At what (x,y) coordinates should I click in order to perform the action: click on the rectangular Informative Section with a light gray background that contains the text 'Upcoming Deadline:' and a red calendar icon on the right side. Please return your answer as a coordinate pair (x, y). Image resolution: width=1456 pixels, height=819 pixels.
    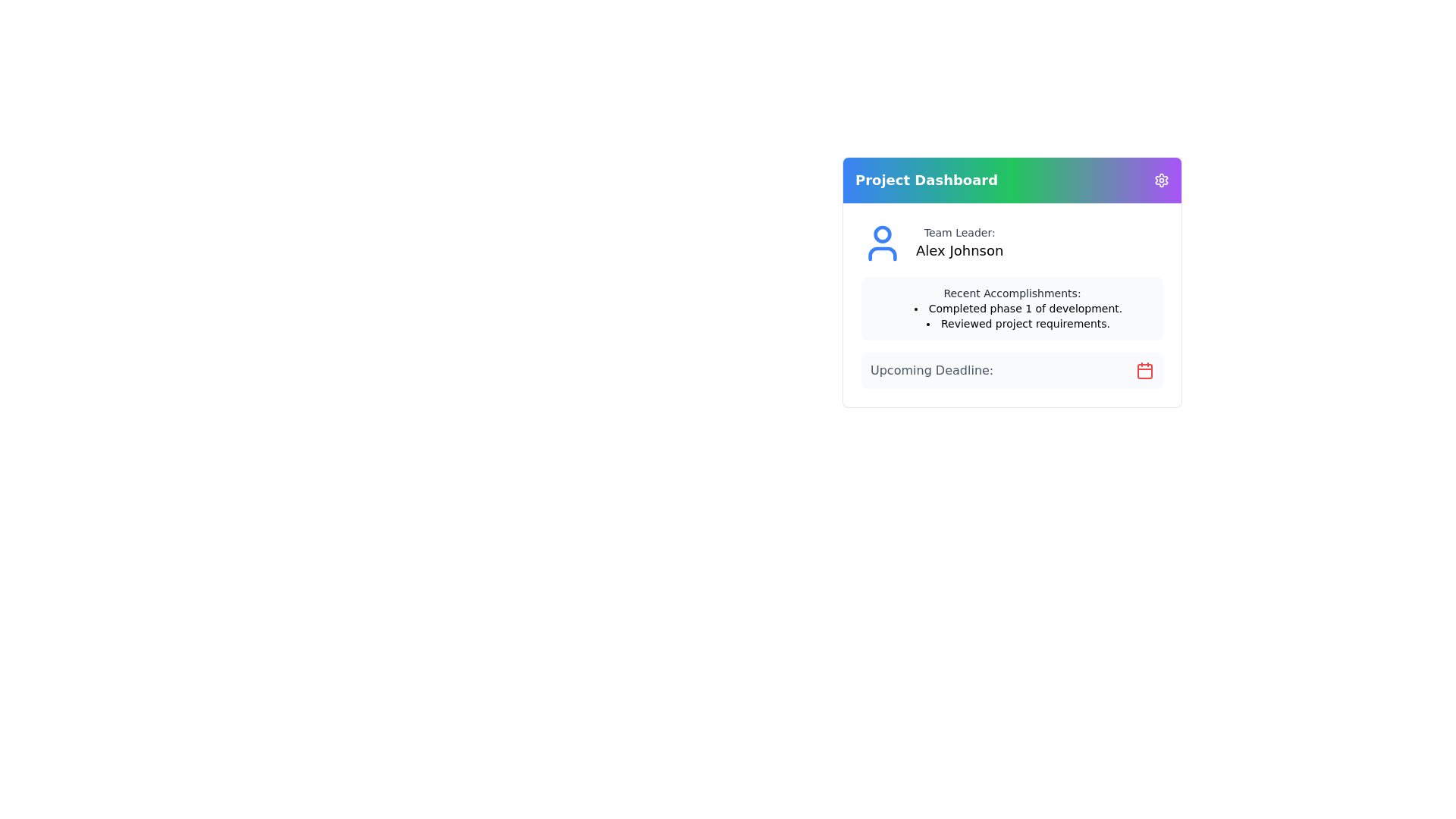
    Looking at the image, I should click on (1012, 371).